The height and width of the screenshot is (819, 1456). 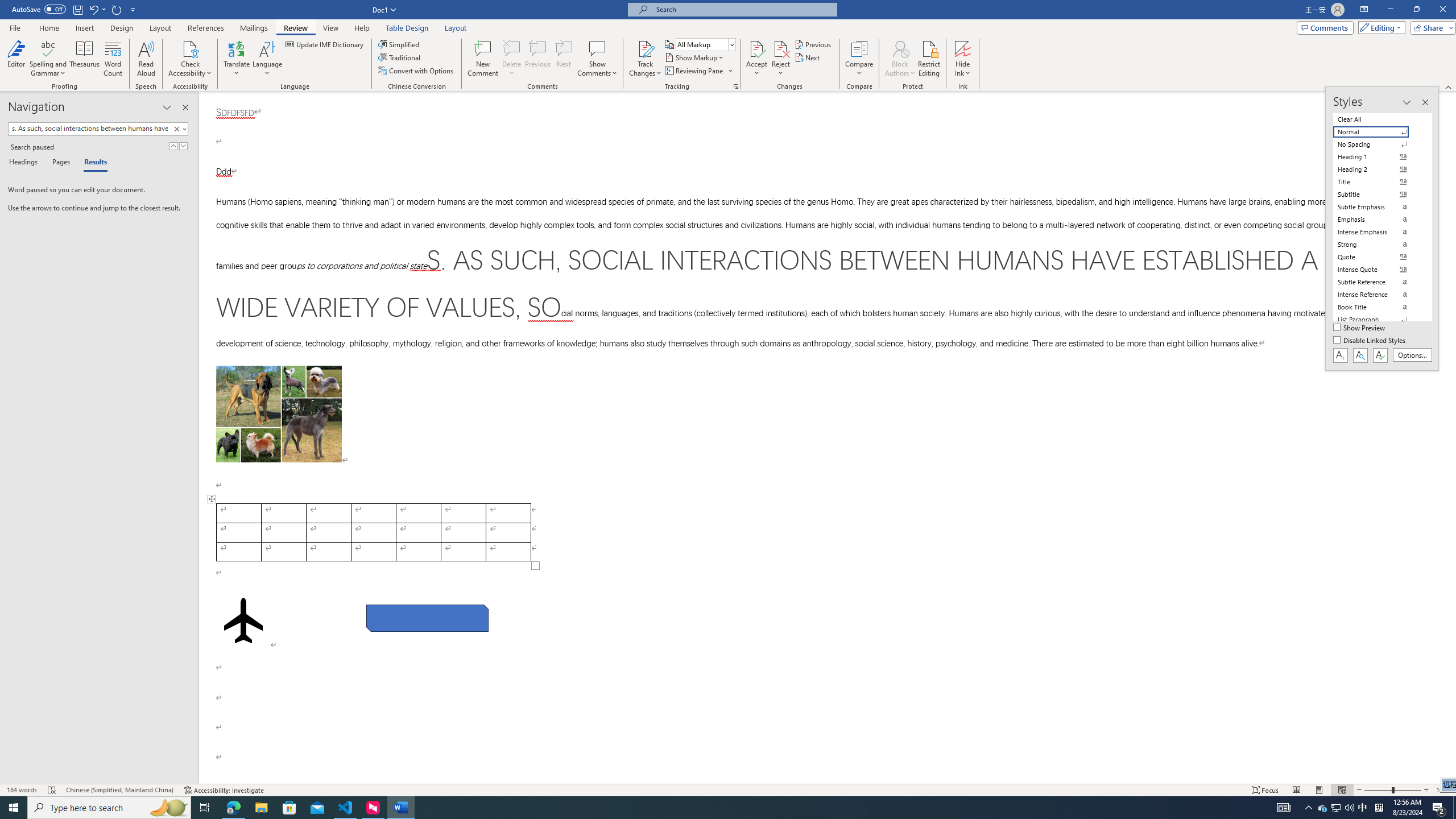 What do you see at coordinates (97, 9) in the screenshot?
I see `'Undo Style'` at bounding box center [97, 9].